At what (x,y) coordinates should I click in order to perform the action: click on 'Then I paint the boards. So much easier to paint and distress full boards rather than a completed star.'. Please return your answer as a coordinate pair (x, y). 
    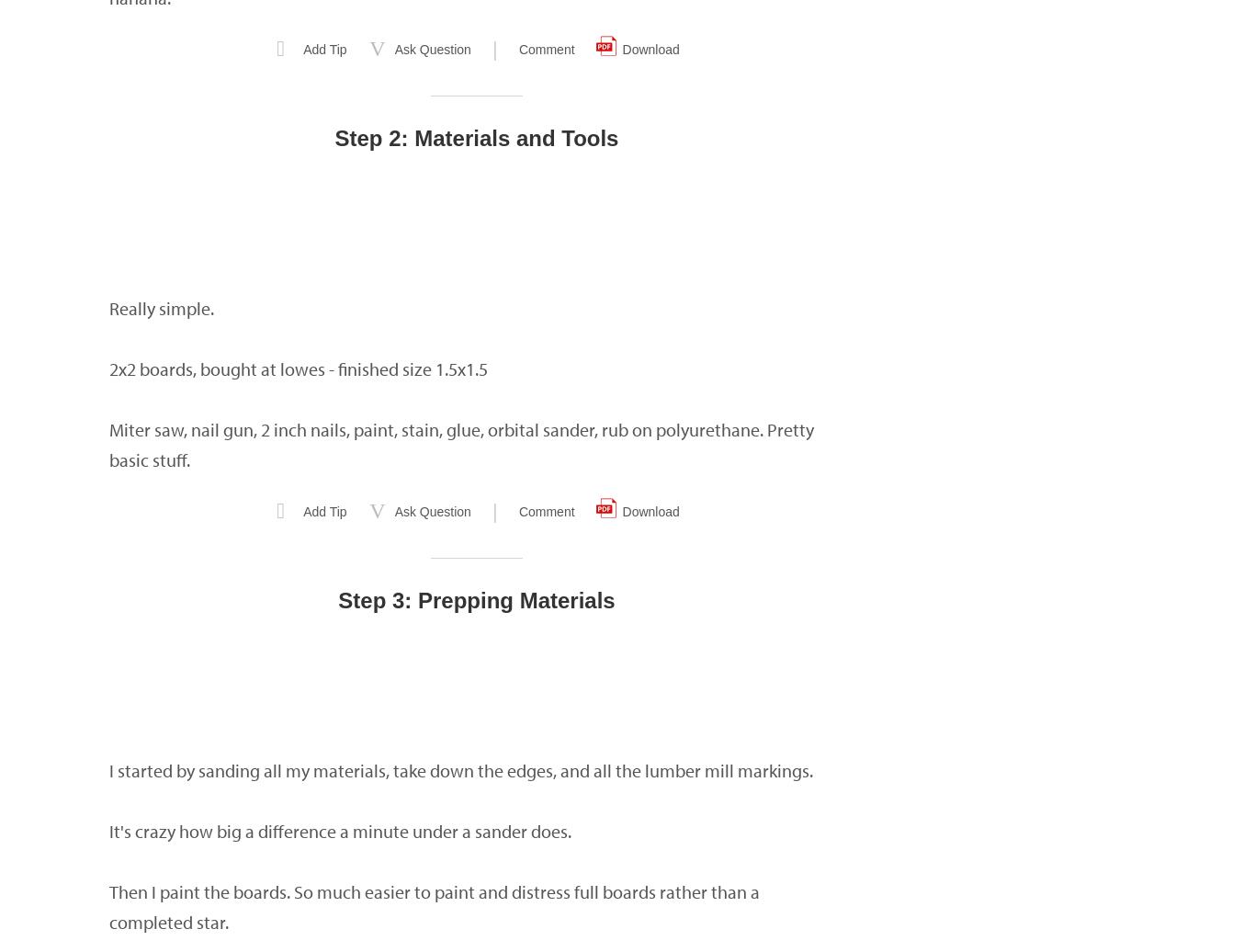
    Looking at the image, I should click on (435, 906).